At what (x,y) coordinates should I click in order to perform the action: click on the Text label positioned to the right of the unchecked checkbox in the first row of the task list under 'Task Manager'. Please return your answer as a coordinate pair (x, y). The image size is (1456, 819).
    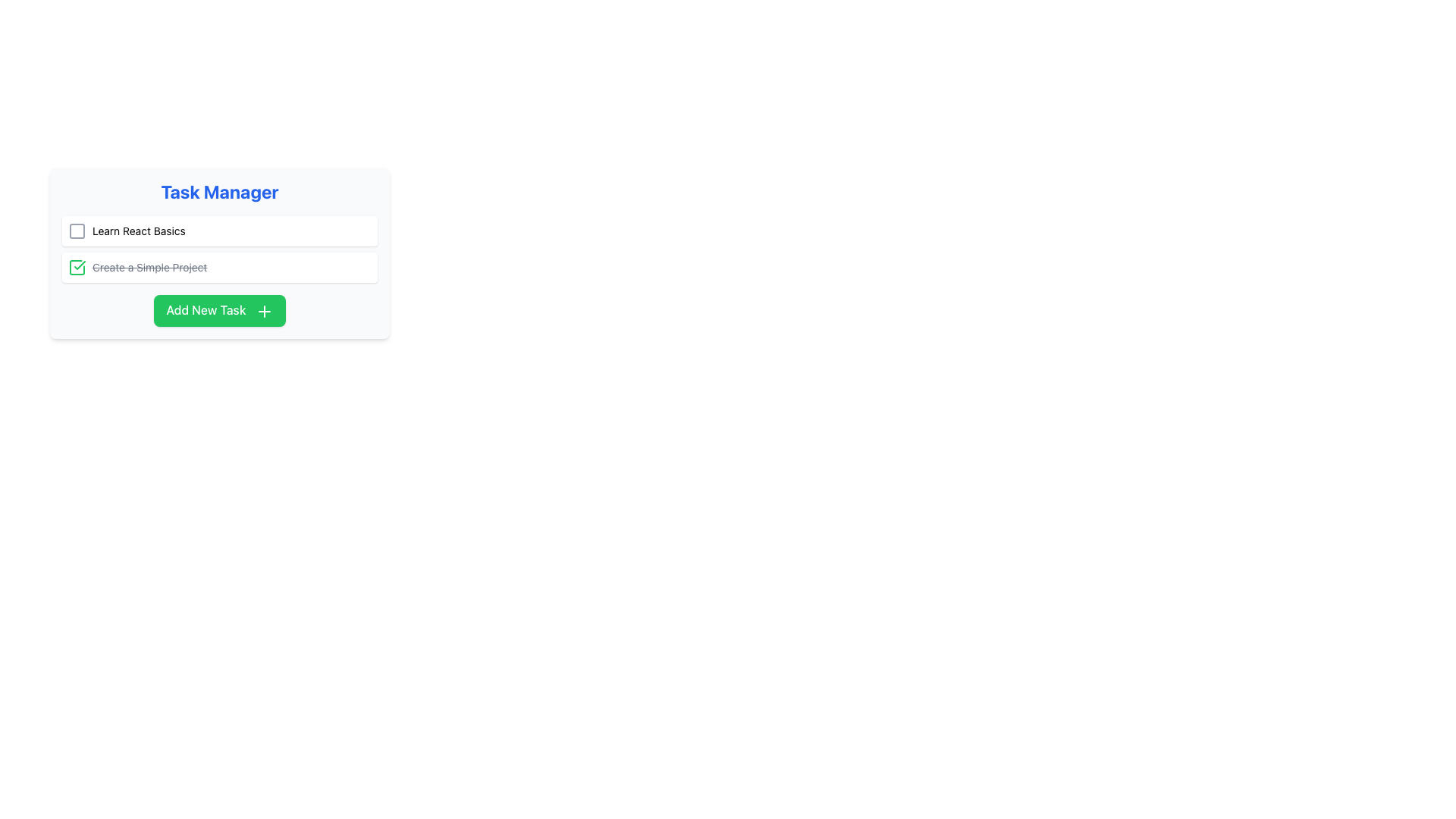
    Looking at the image, I should click on (139, 231).